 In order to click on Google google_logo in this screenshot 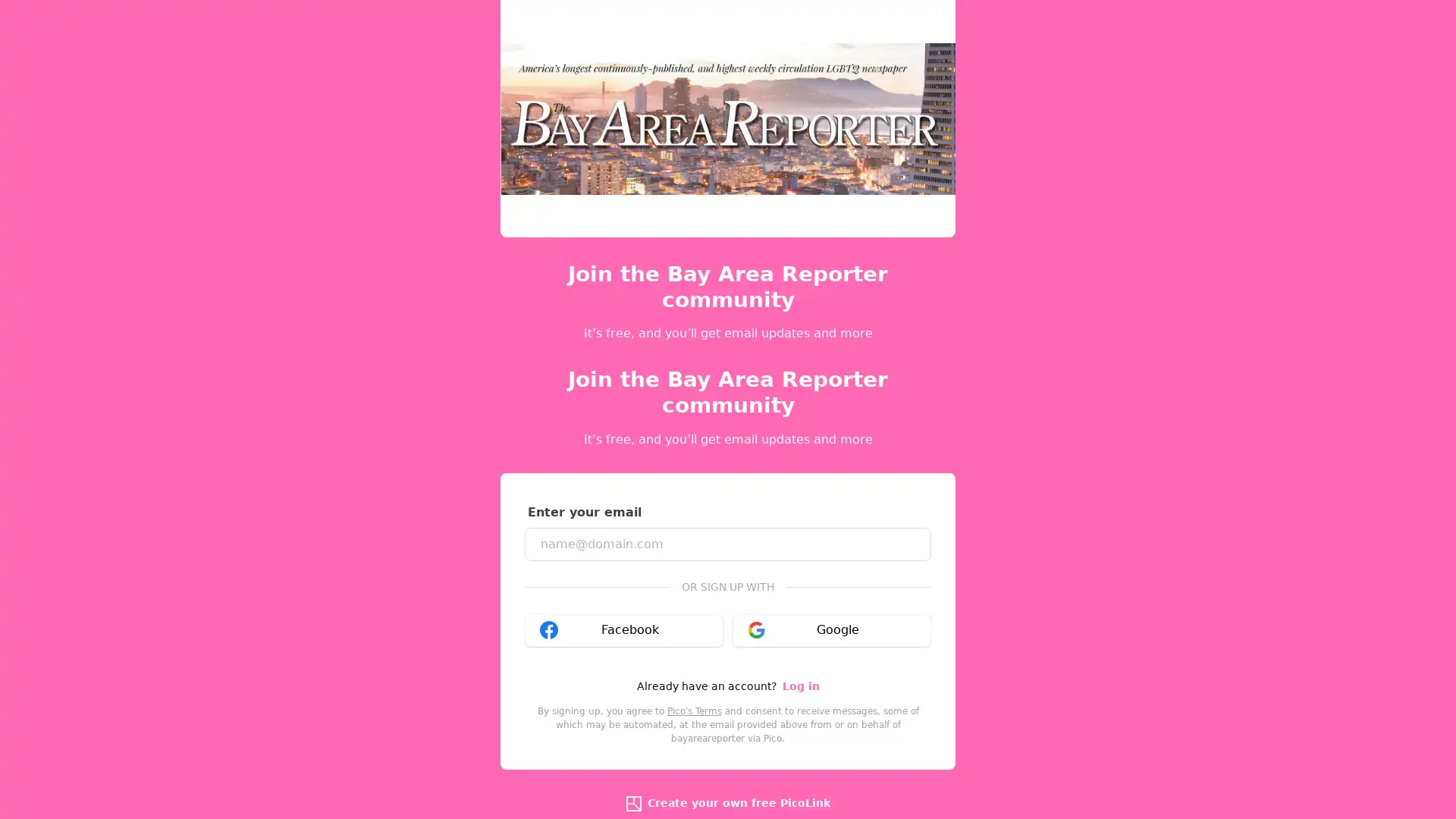, I will do `click(831, 629)`.